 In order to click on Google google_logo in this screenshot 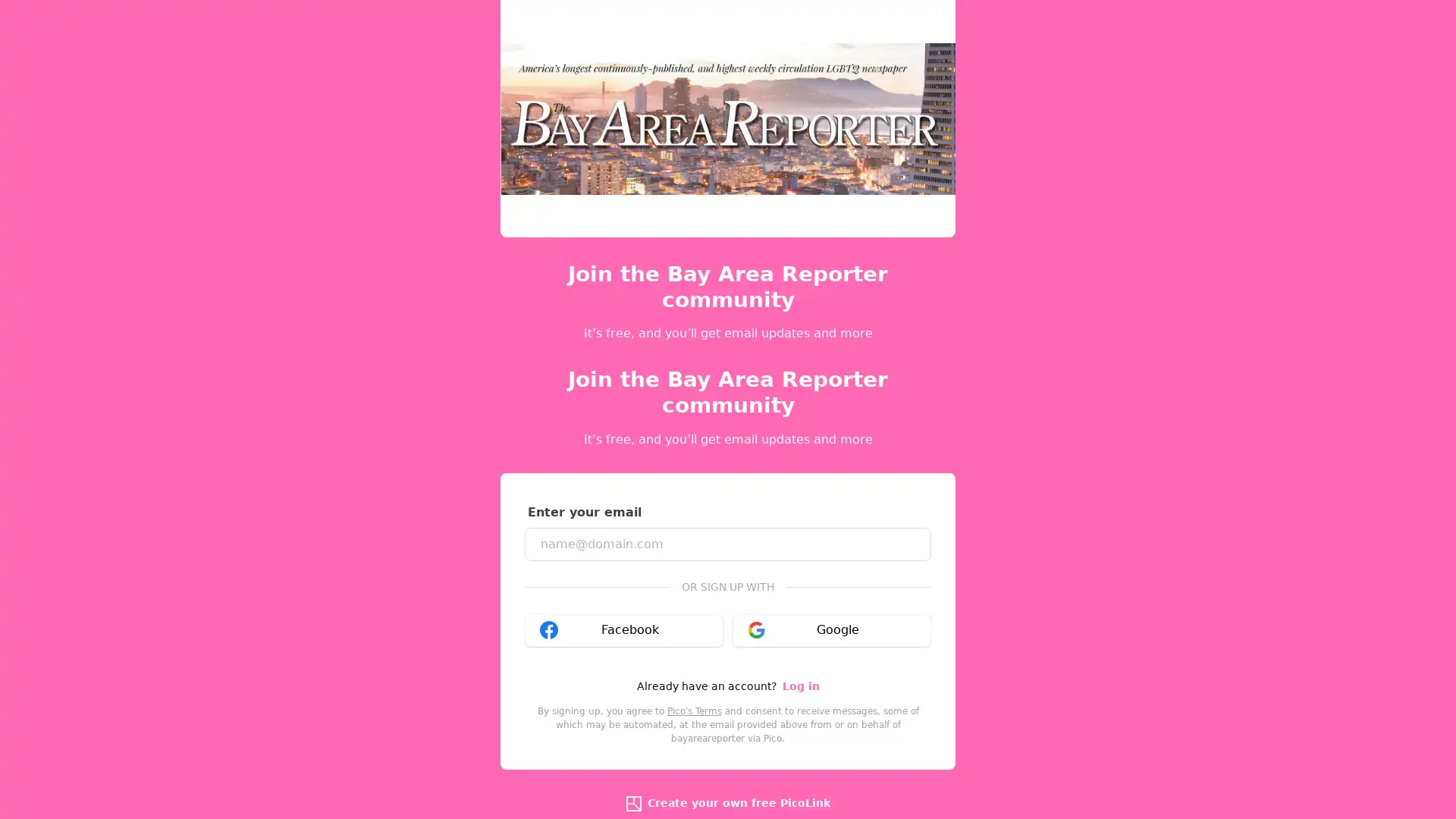, I will do `click(831, 629)`.